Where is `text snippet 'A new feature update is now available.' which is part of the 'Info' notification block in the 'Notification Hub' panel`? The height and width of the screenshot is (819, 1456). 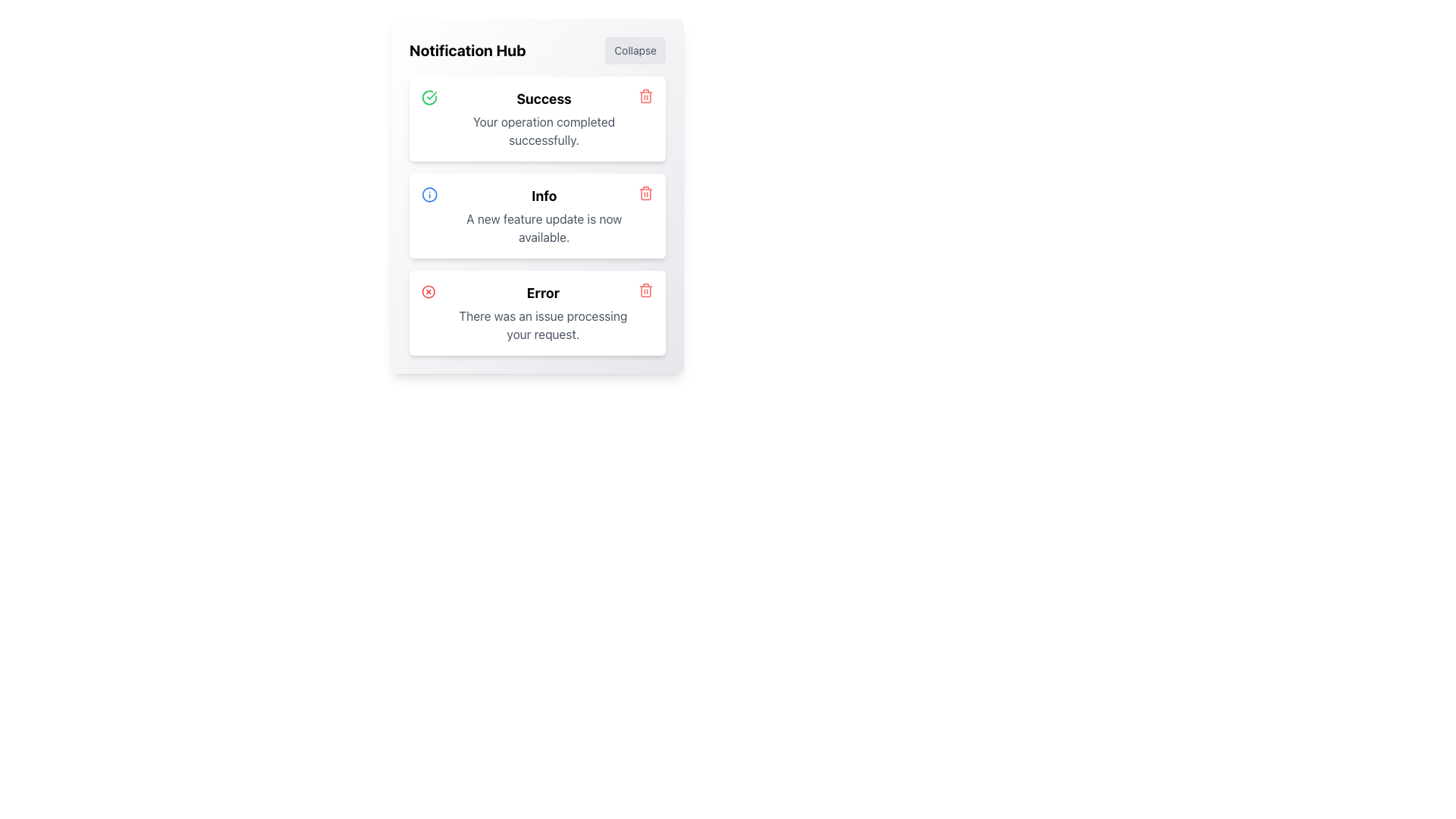 text snippet 'A new feature update is now available.' which is part of the 'Info' notification block in the 'Notification Hub' panel is located at coordinates (544, 227).